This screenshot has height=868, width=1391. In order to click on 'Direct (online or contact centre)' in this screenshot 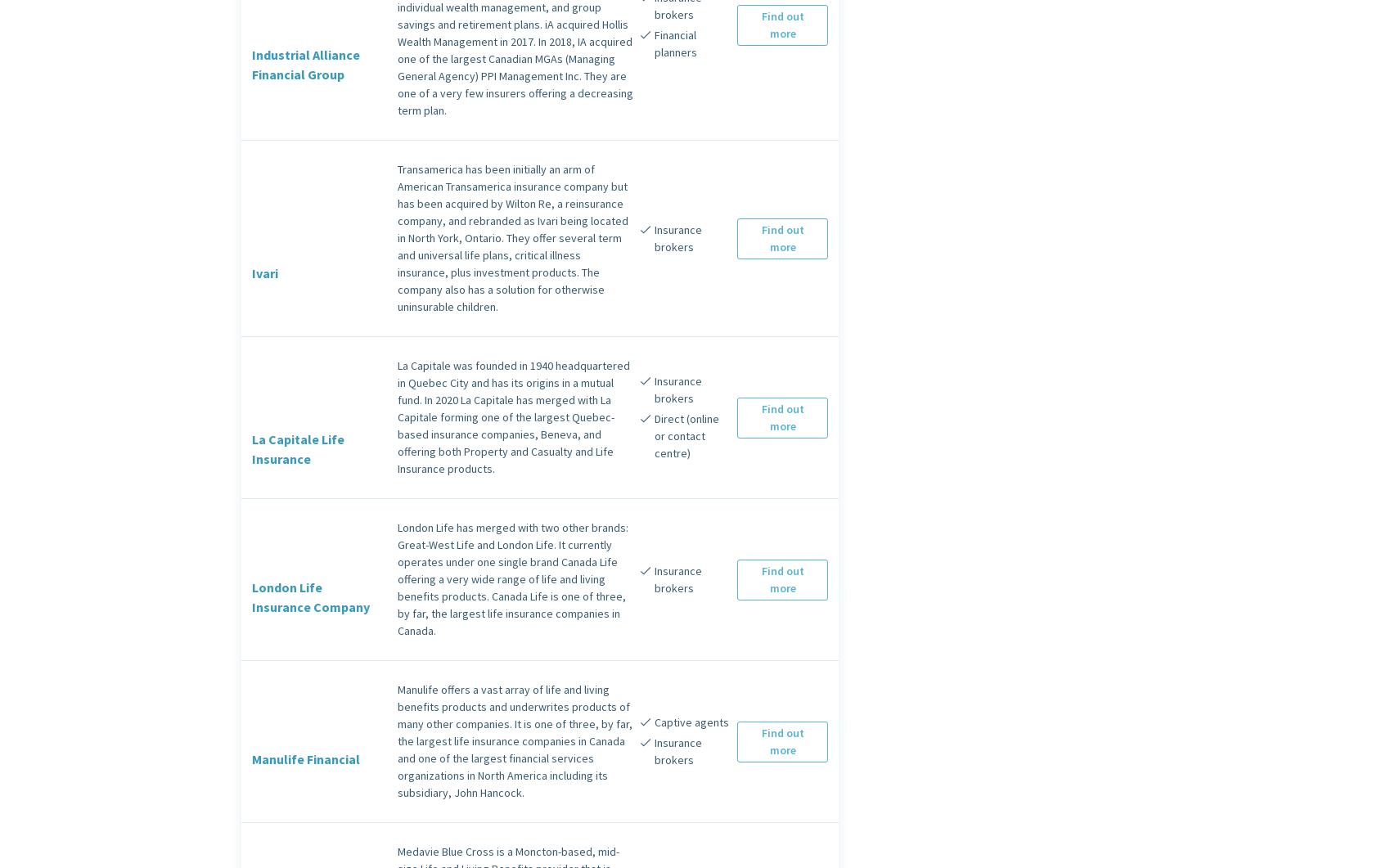, I will do `click(685, 435)`.